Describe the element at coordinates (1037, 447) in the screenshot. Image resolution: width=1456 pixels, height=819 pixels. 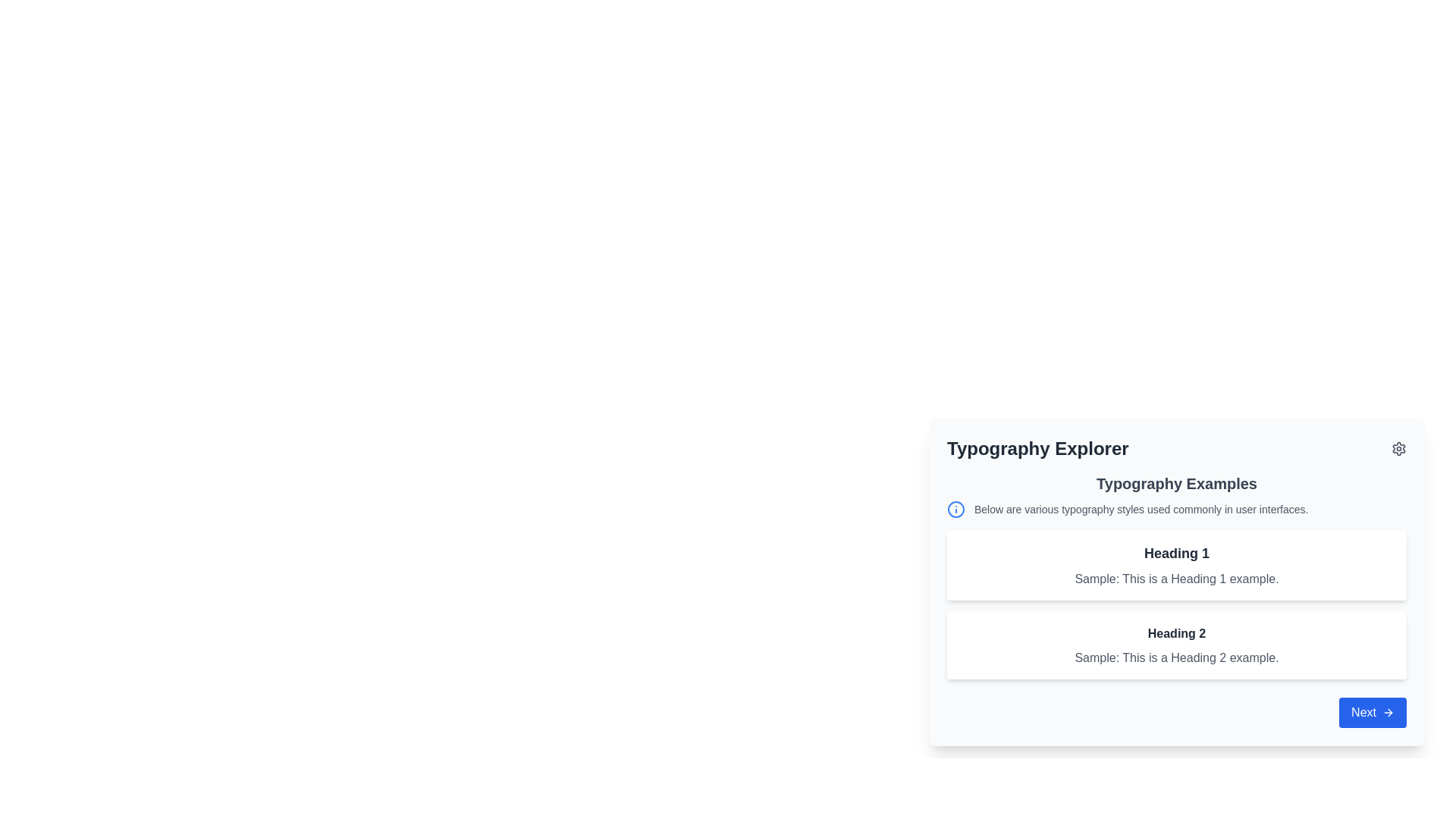
I see `the 'Typography Explorer' heading text, which is a bold large font element in dark gray color located at the top of a card-like section in the bottom-right quadrant of the interface` at that location.